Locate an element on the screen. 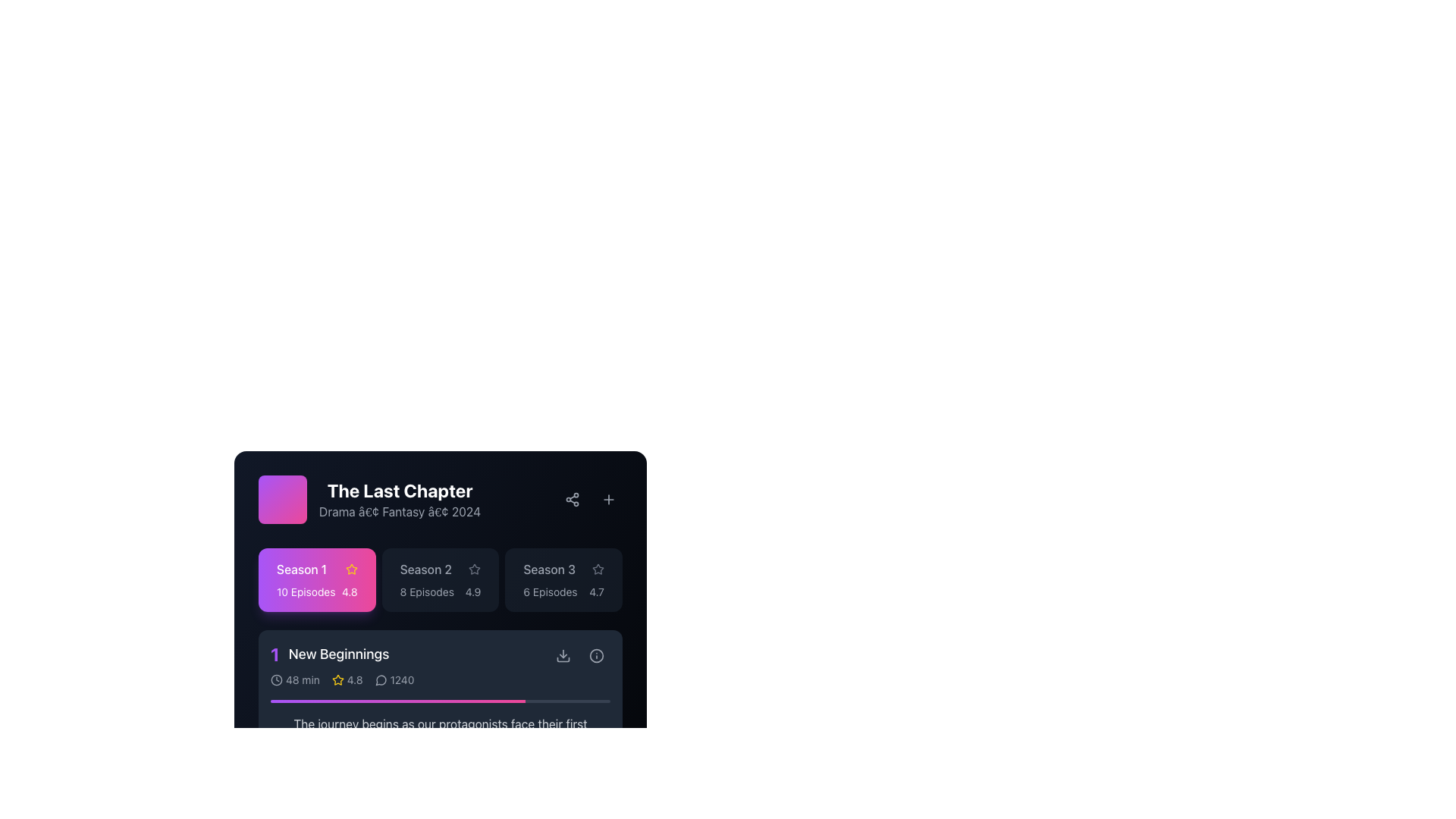  displayed rating value of the Rating Indicator element, which shows a star icon and the numerical value '4.8', located beneath the series title 'New Beginnings' is located at coordinates (347, 679).